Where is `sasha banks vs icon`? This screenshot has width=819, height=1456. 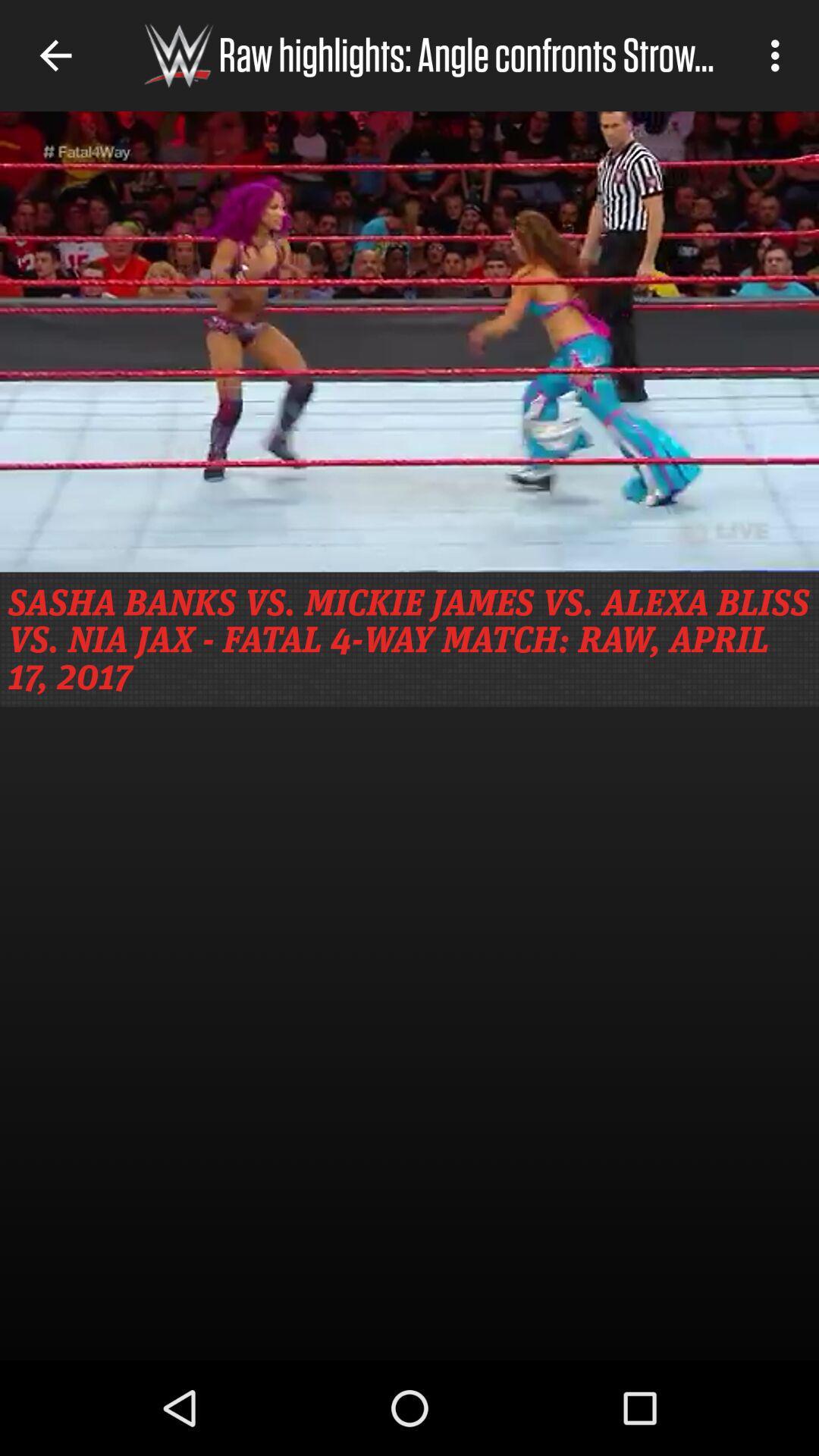
sasha banks vs icon is located at coordinates (409, 639).